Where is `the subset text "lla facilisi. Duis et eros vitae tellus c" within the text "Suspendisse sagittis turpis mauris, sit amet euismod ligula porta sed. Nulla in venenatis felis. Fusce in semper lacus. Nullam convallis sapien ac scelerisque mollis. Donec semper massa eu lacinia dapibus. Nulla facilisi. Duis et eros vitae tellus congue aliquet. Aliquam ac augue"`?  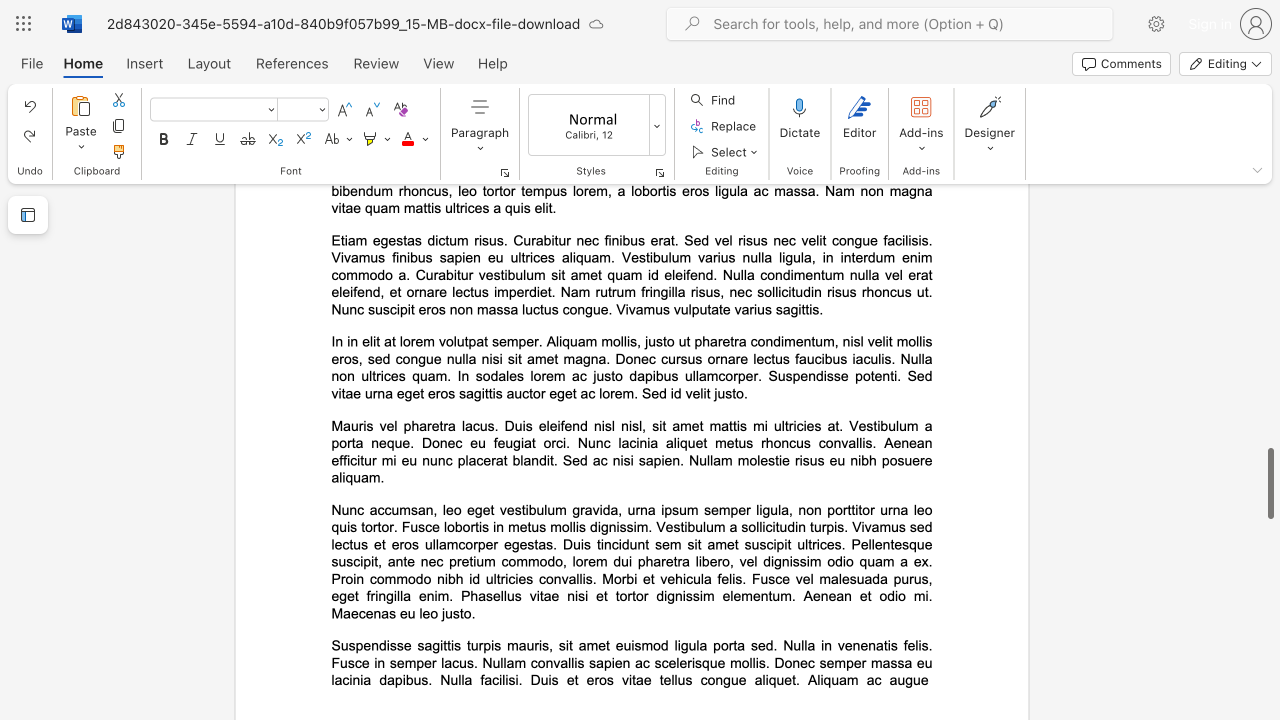 the subset text "lla facilisi. Duis et eros vitae tellus c" within the text "Suspendisse sagittis turpis mauris, sit amet euismod ligula porta sed. Nulla in venenatis felis. Fusce in semper lacus. Nullam convallis sapien ac scelerisque mollis. Donec semper massa eu lacinia dapibus. Nulla facilisi. Duis et eros vitae tellus congue aliquet. Aliquam ac augue" is located at coordinates (457, 679).